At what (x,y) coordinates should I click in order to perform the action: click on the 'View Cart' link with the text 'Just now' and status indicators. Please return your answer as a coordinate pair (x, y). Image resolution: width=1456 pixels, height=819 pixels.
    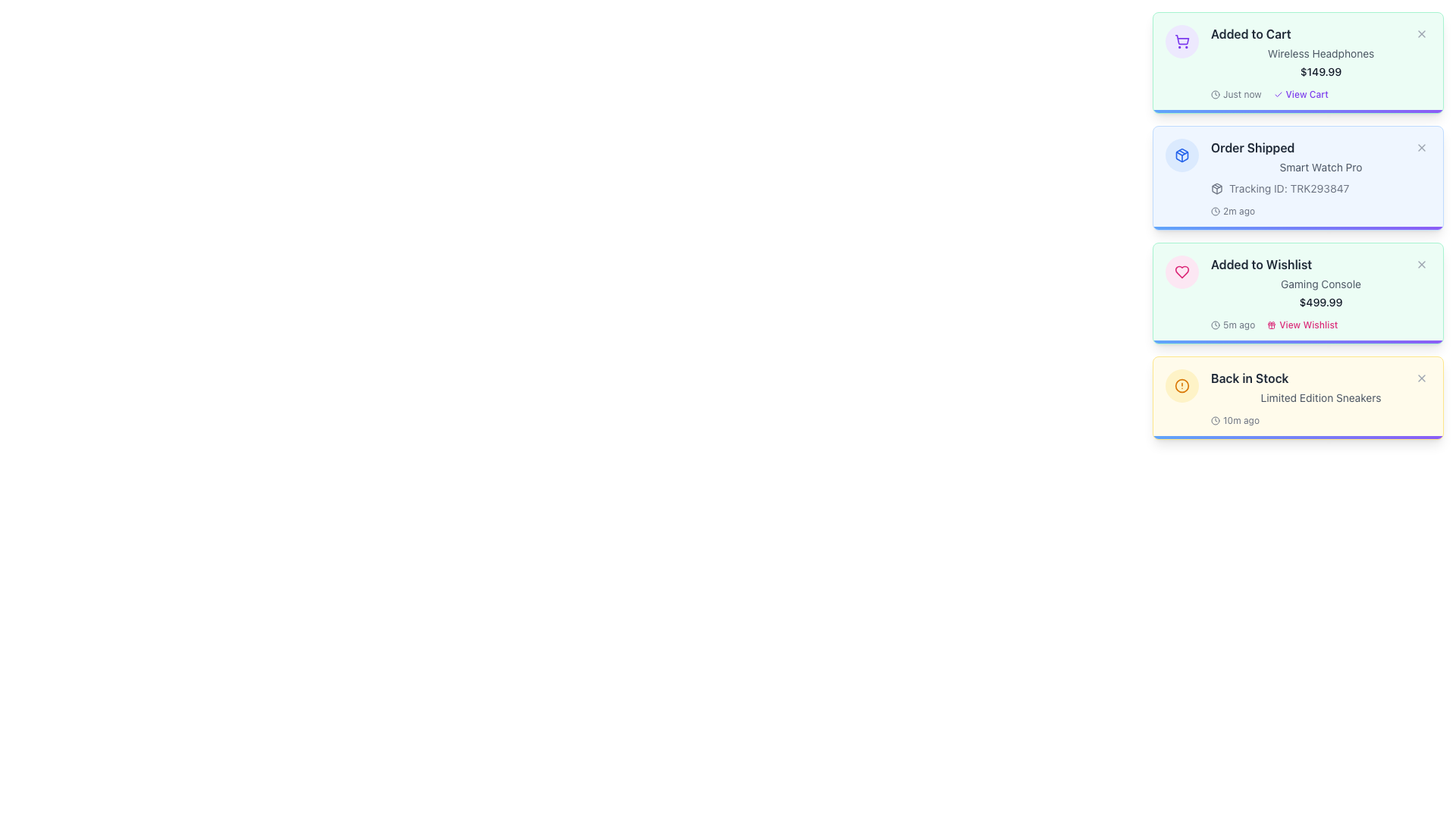
    Looking at the image, I should click on (1320, 94).